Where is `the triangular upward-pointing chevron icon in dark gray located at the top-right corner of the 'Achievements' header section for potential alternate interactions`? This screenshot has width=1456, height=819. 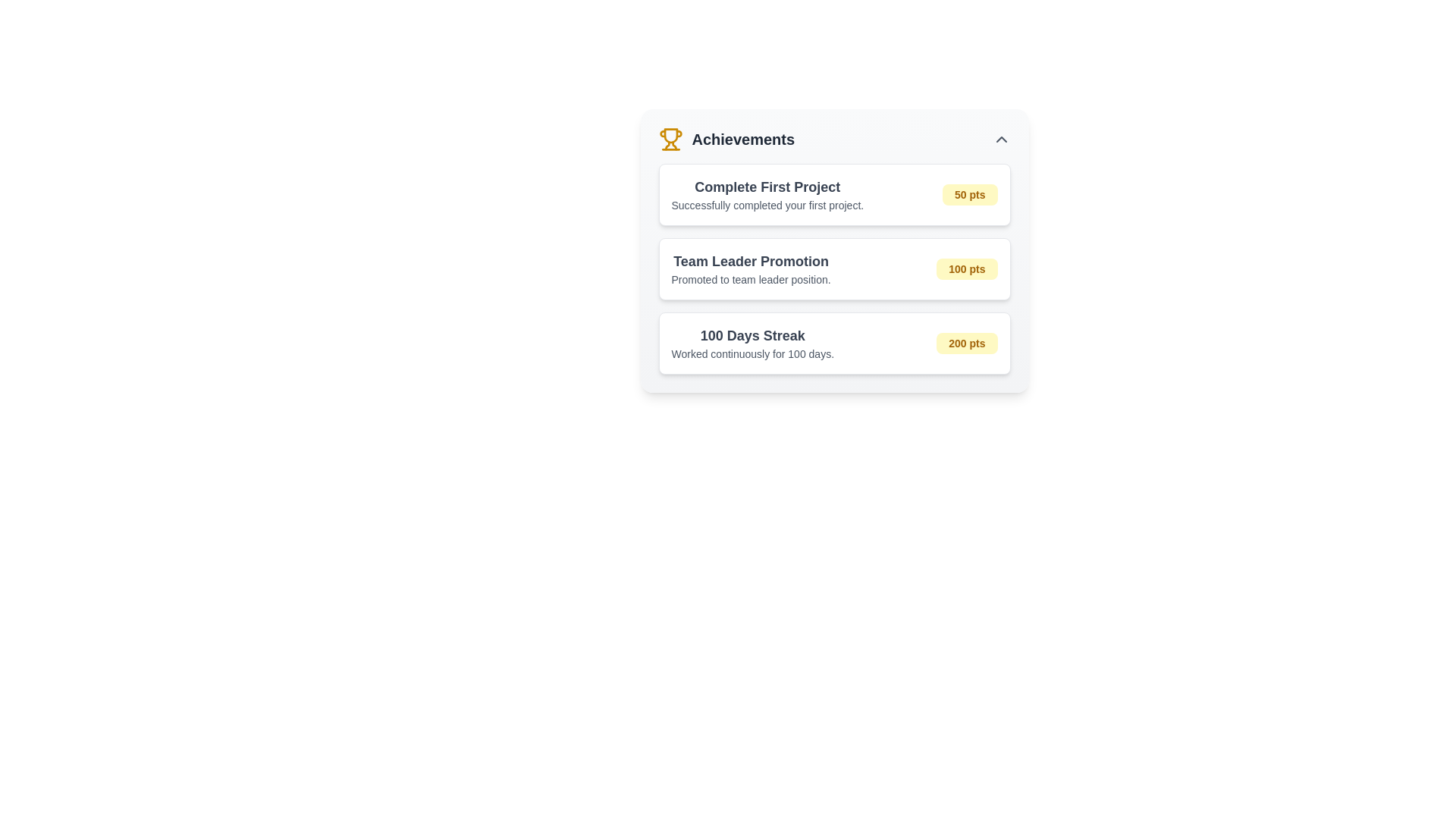
the triangular upward-pointing chevron icon in dark gray located at the top-right corner of the 'Achievements' header section for potential alternate interactions is located at coordinates (1001, 140).